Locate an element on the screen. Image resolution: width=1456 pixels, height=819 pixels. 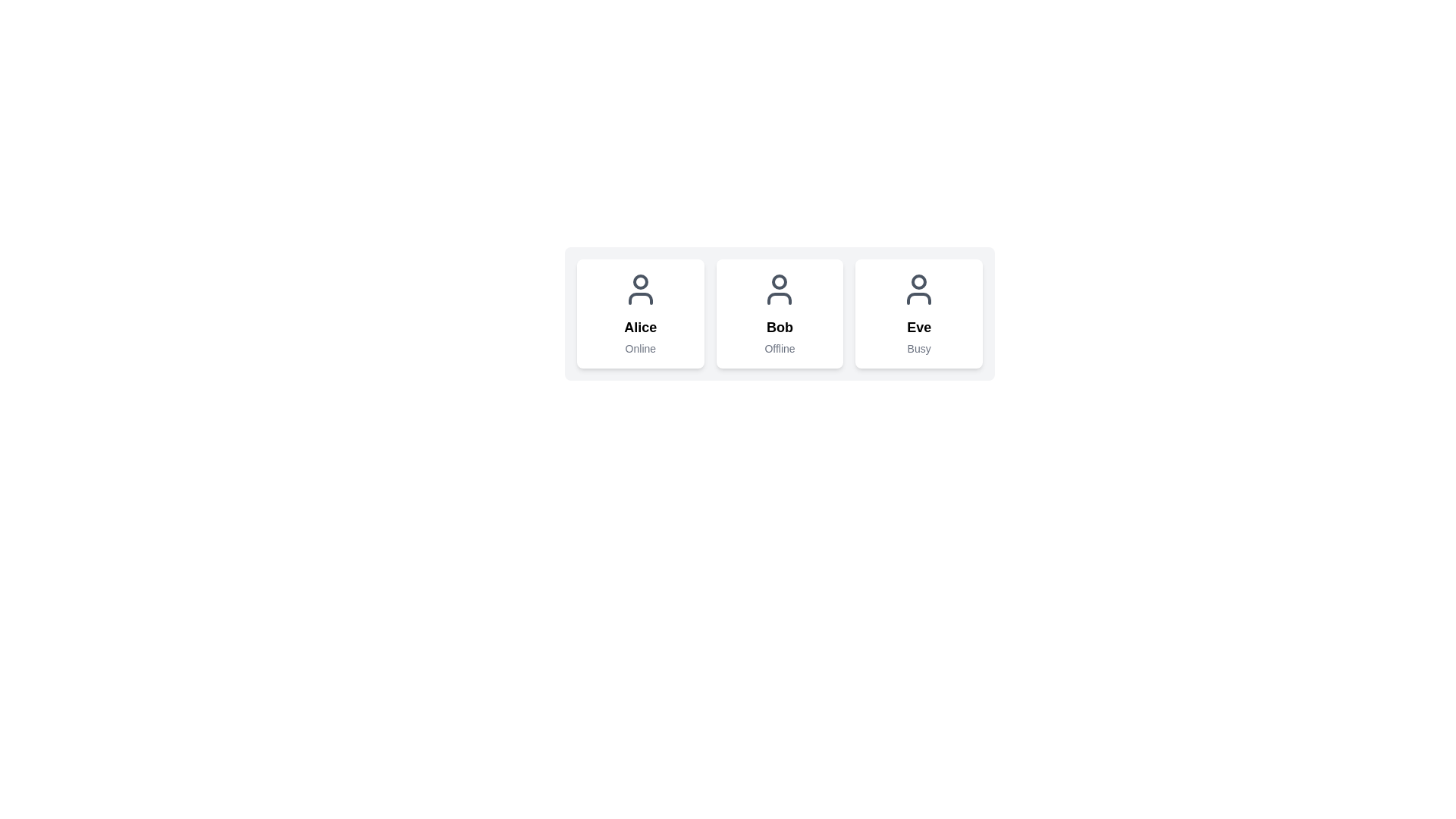
the circular graphical element representing the avatar for 'Alice' in the user card is located at coordinates (640, 281).